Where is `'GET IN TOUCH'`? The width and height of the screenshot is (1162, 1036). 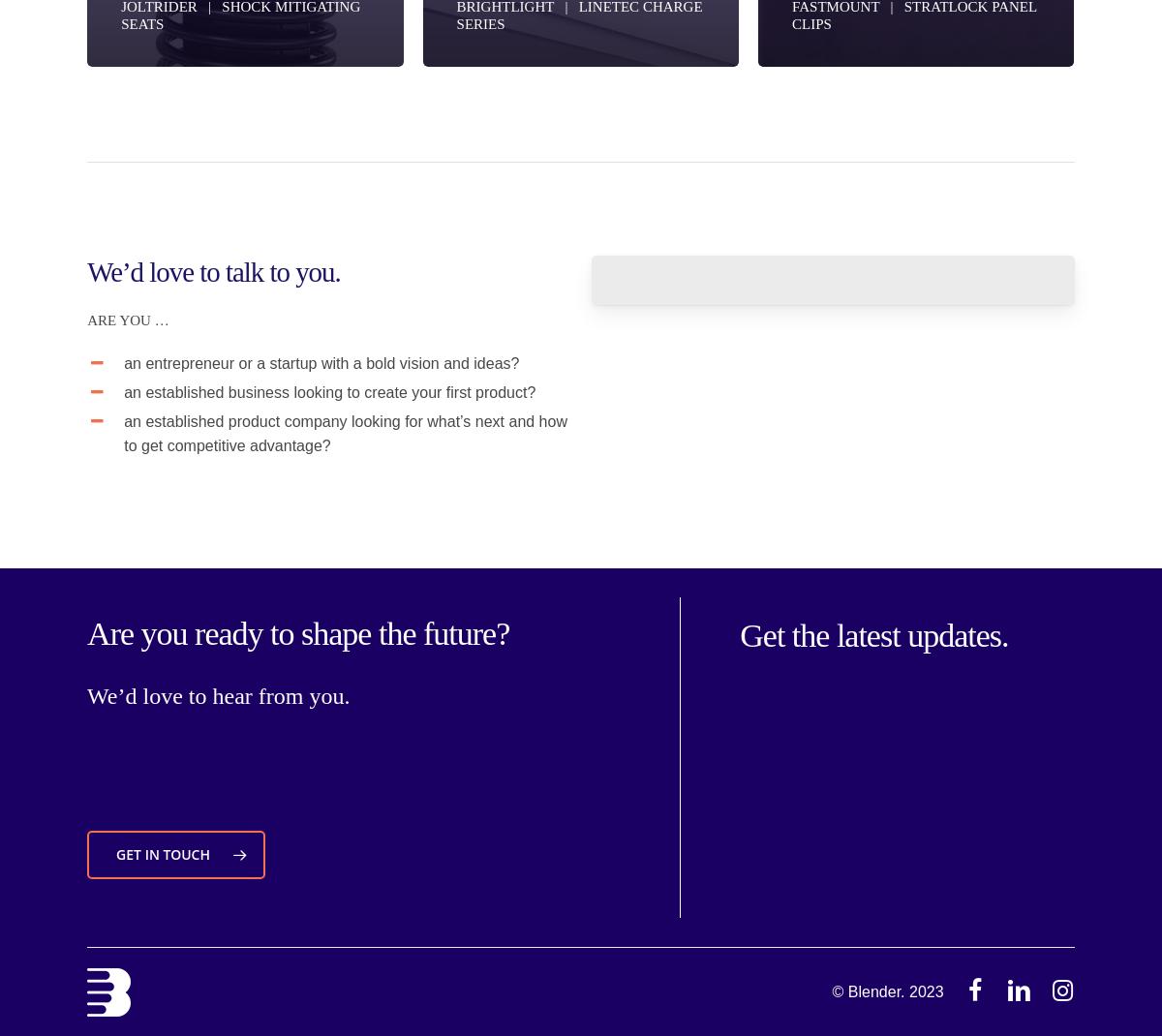 'GET IN TOUCH' is located at coordinates (162, 854).